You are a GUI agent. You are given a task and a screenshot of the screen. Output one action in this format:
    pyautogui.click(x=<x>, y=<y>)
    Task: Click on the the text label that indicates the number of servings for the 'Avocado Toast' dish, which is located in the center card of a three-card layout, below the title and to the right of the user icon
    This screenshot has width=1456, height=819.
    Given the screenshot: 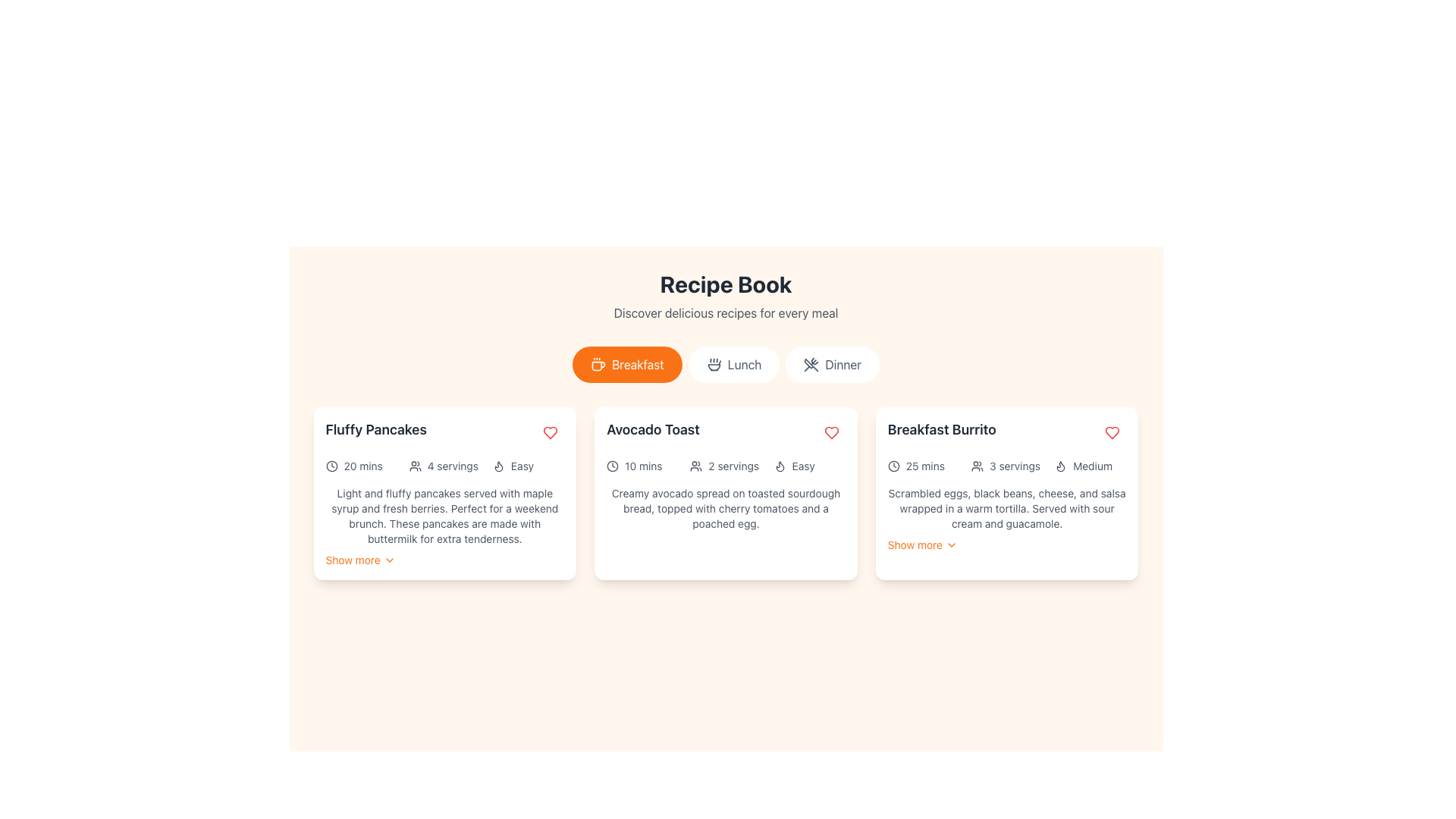 What is the action you would take?
    pyautogui.click(x=733, y=465)
    